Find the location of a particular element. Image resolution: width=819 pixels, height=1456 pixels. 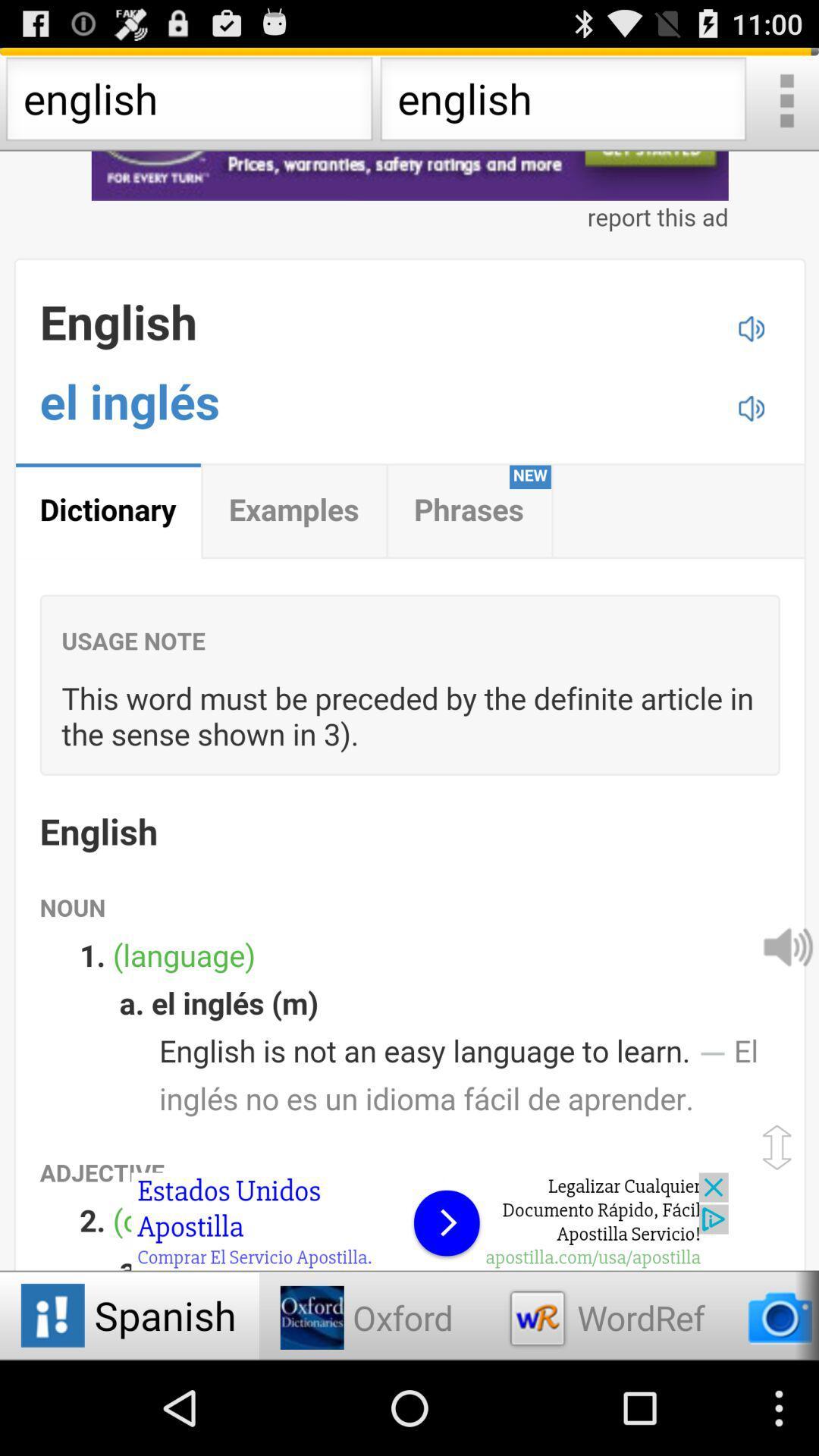

option is located at coordinates (785, 102).